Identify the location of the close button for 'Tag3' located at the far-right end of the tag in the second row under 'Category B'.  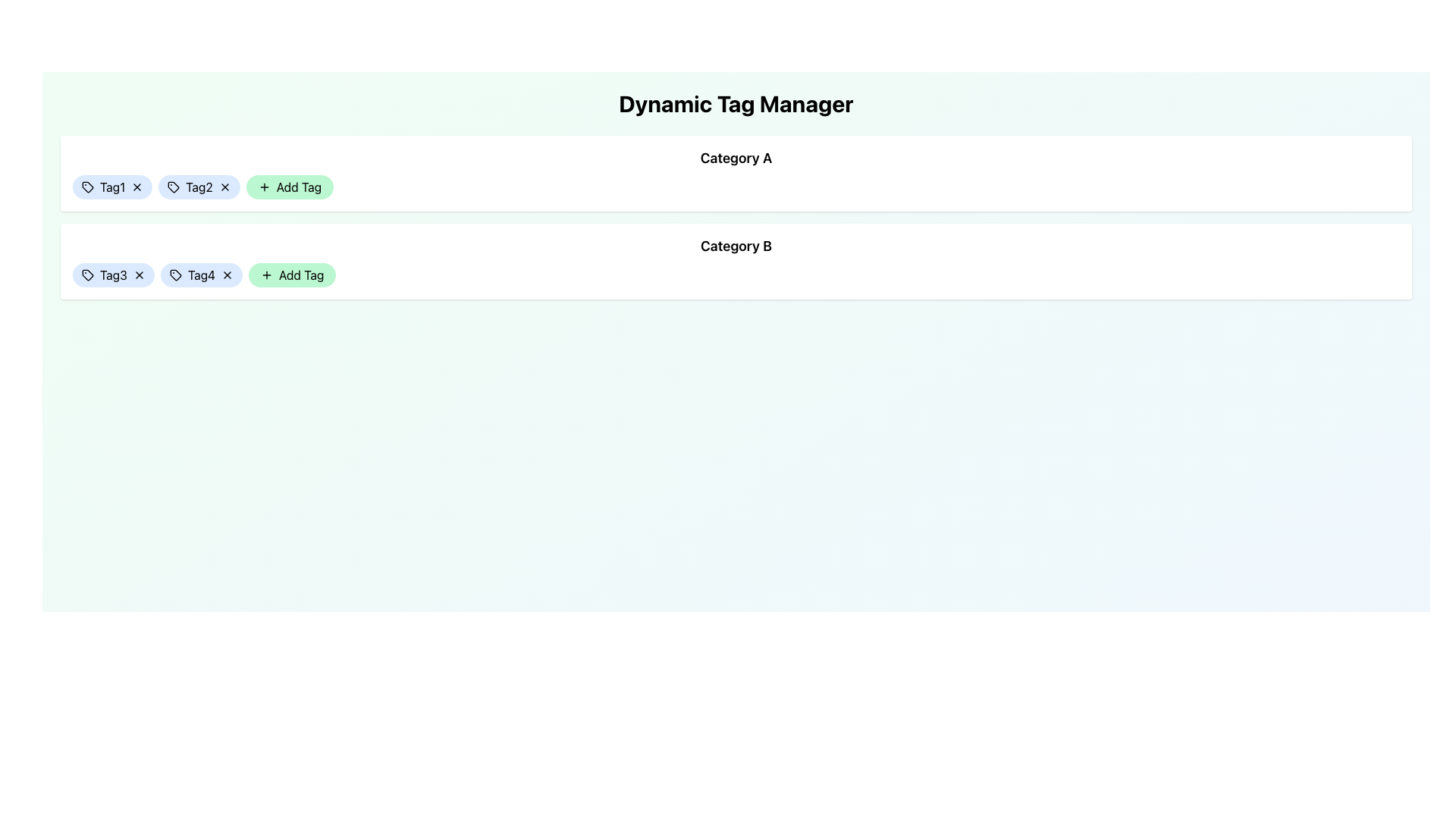
(139, 275).